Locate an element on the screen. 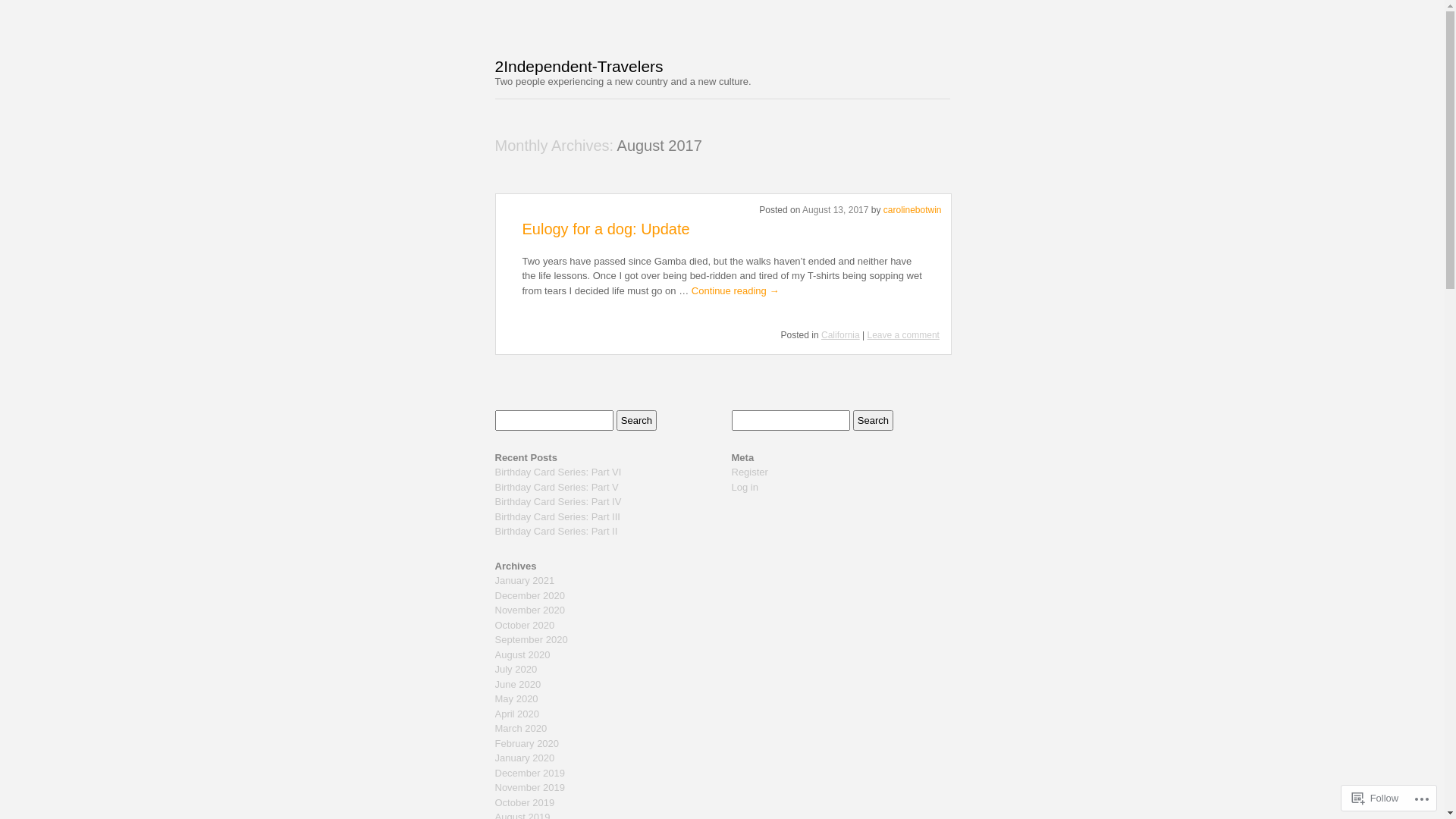  'January 2021' is located at coordinates (494, 580).